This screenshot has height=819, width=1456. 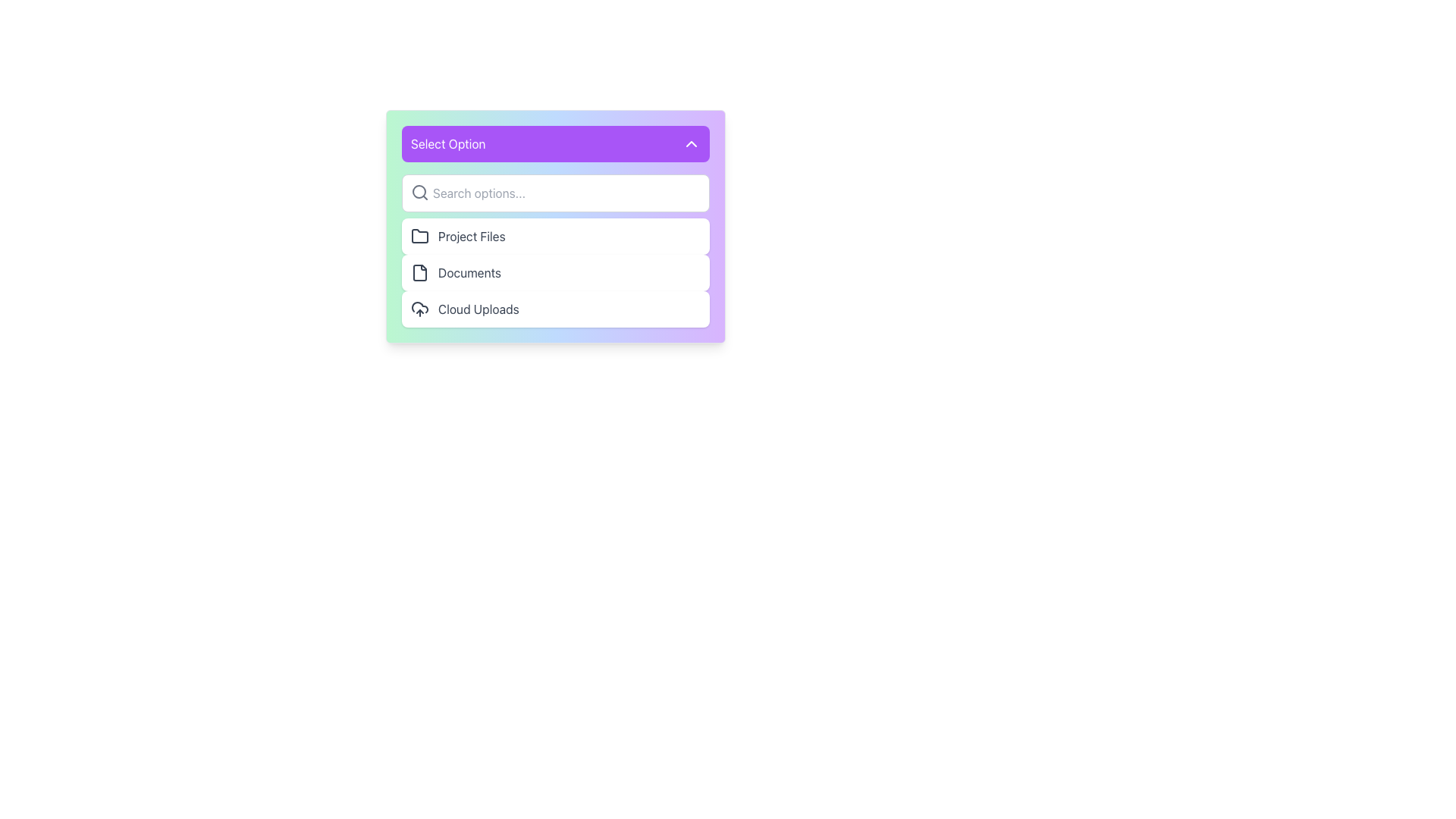 I want to click on the folder icon located to the left of the 'Project Files' label, so click(x=419, y=236).